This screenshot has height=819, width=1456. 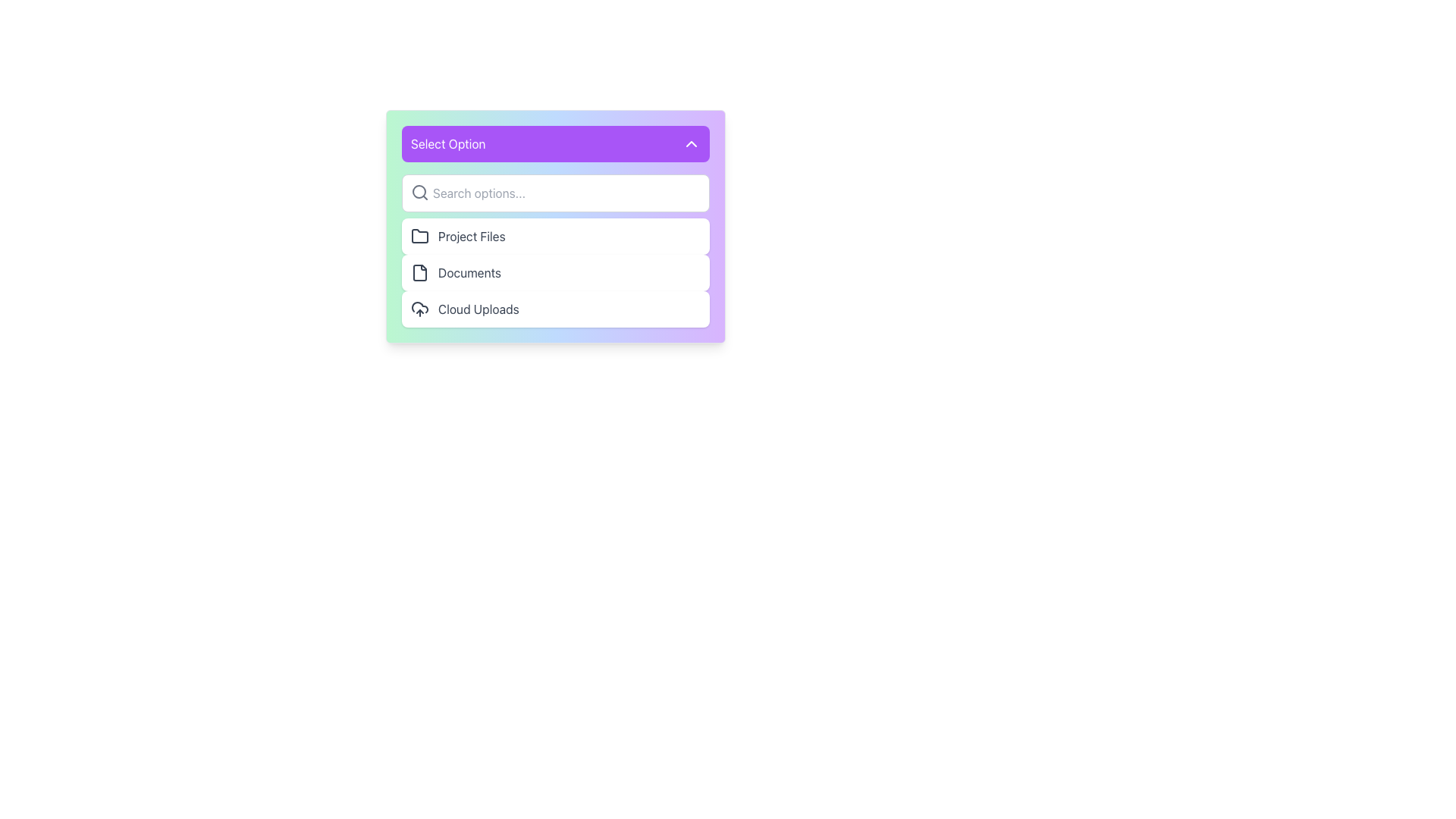 I want to click on the folder icon located to the left of the 'Project Files' label, so click(x=419, y=236).